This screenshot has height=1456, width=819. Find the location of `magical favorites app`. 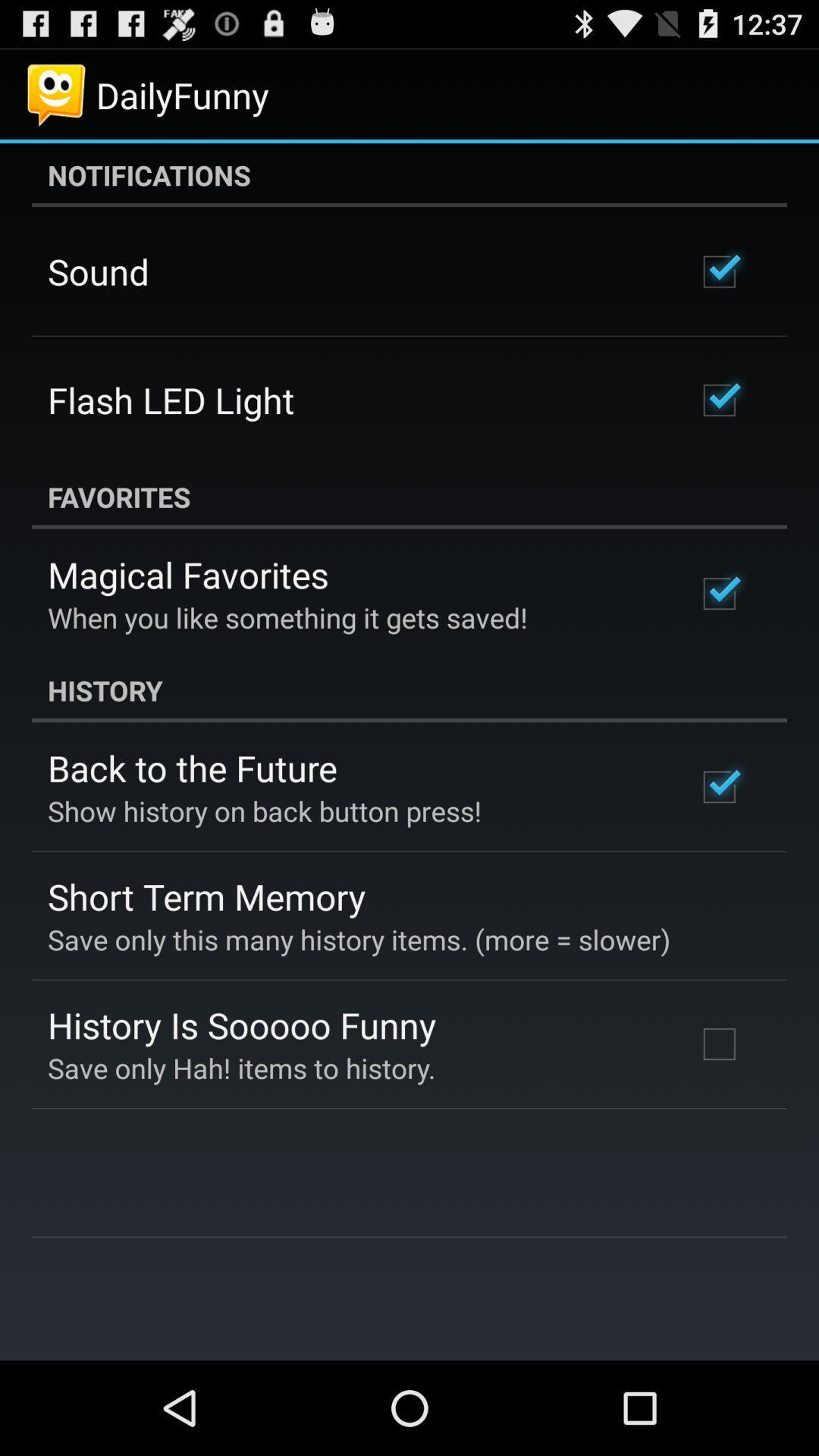

magical favorites app is located at coordinates (187, 573).